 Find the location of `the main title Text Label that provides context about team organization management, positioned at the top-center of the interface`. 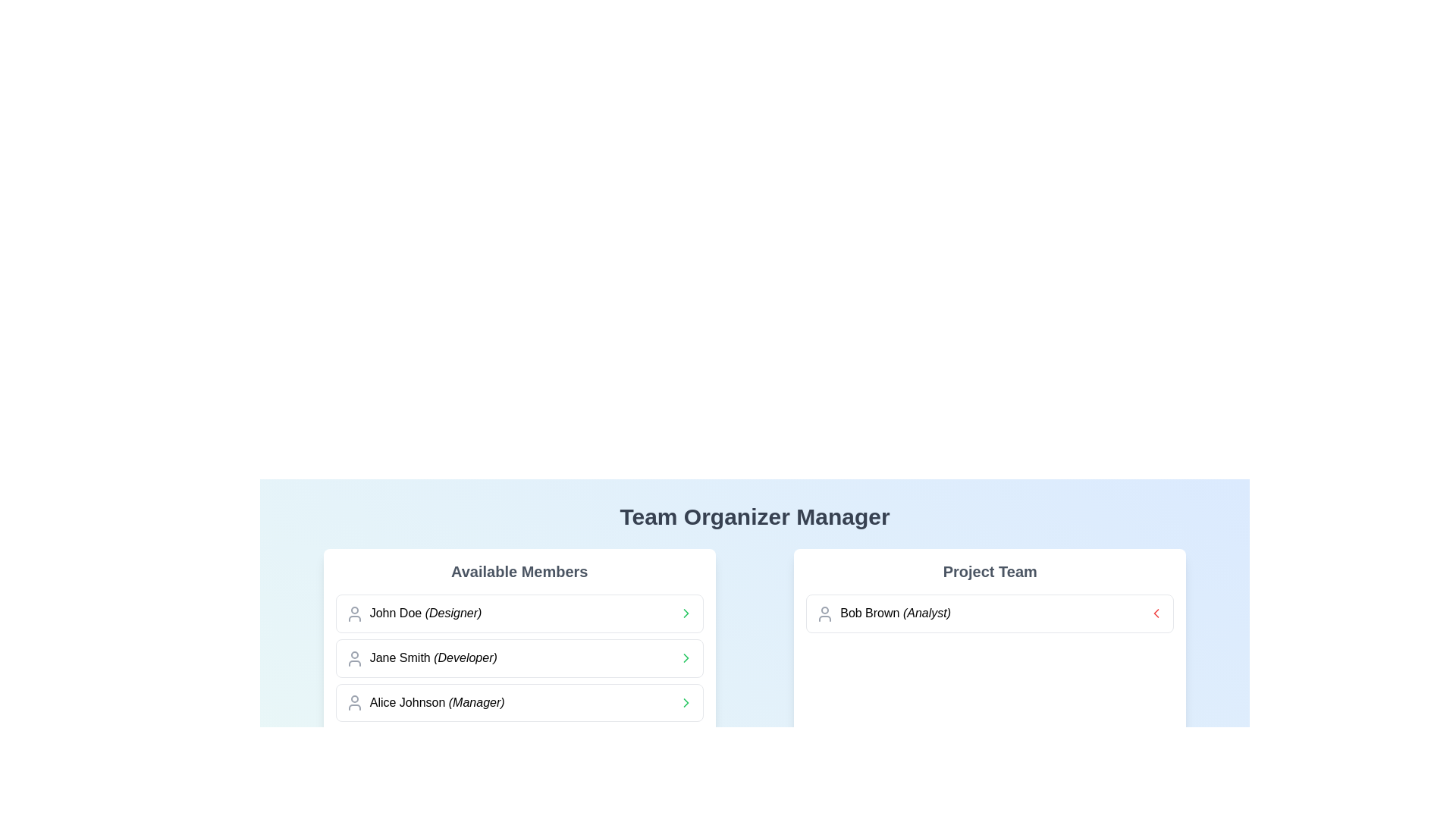

the main title Text Label that provides context about team organization management, positioned at the top-center of the interface is located at coordinates (755, 516).